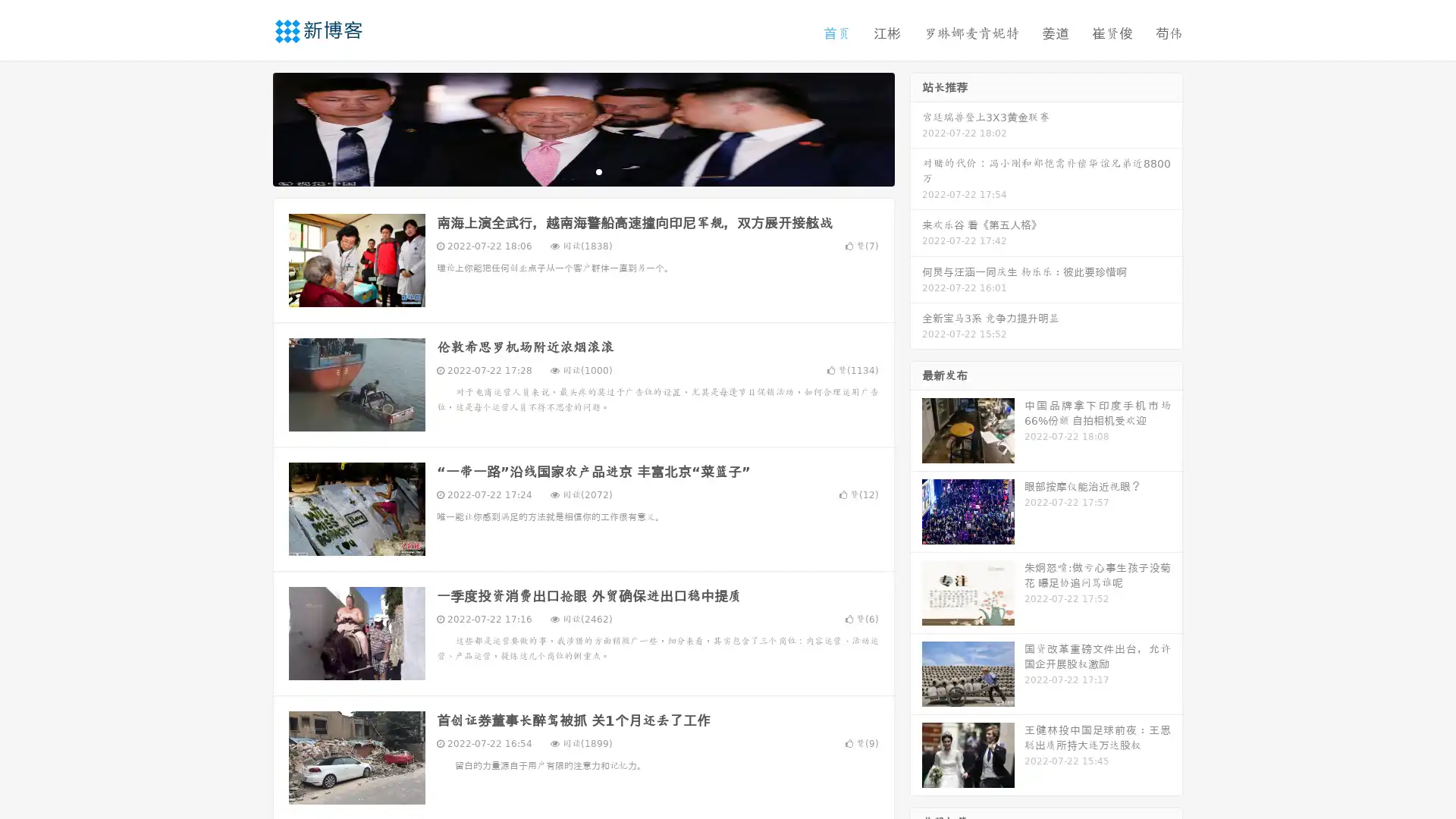 This screenshot has height=819, width=1456. What do you see at coordinates (567, 171) in the screenshot?
I see `Go to slide 1` at bounding box center [567, 171].